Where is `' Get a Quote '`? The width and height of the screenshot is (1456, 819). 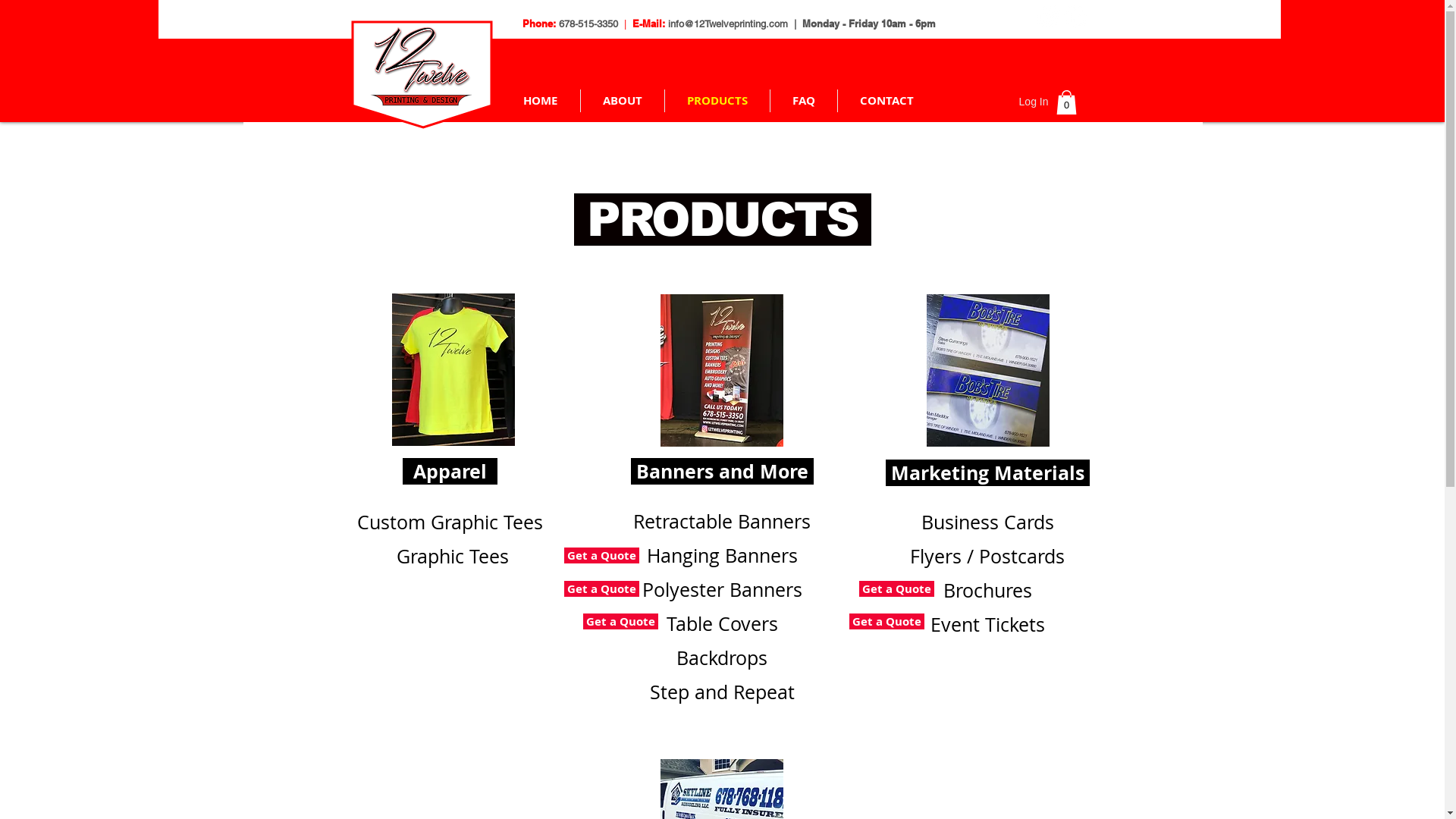 ' Get a Quote ' is located at coordinates (601, 555).